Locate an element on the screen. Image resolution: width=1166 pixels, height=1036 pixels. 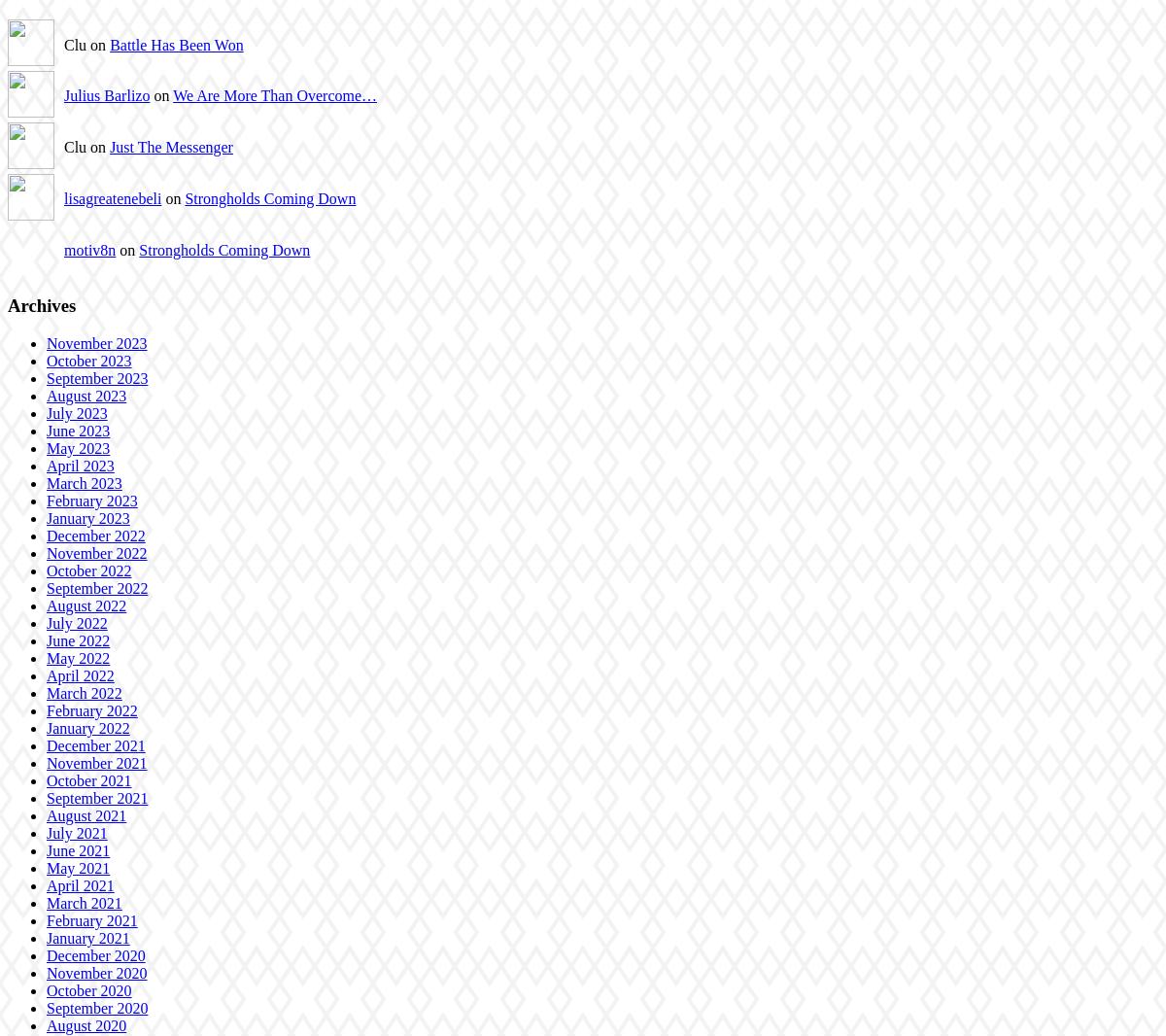
'June 2021' is located at coordinates (47, 849).